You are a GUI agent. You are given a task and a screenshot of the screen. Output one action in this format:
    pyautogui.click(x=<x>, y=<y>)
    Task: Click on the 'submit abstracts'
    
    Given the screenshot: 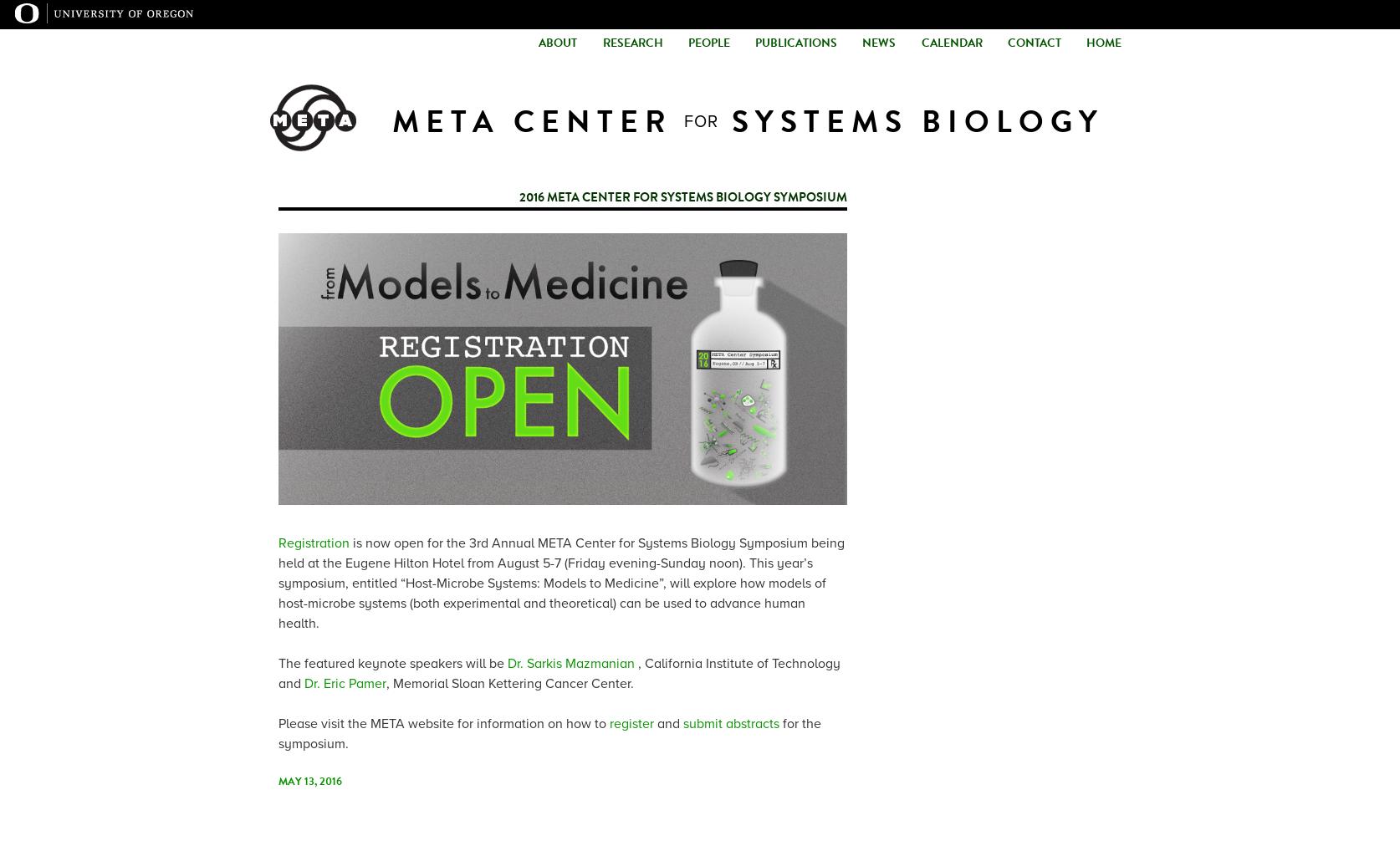 What is the action you would take?
    pyautogui.click(x=731, y=724)
    